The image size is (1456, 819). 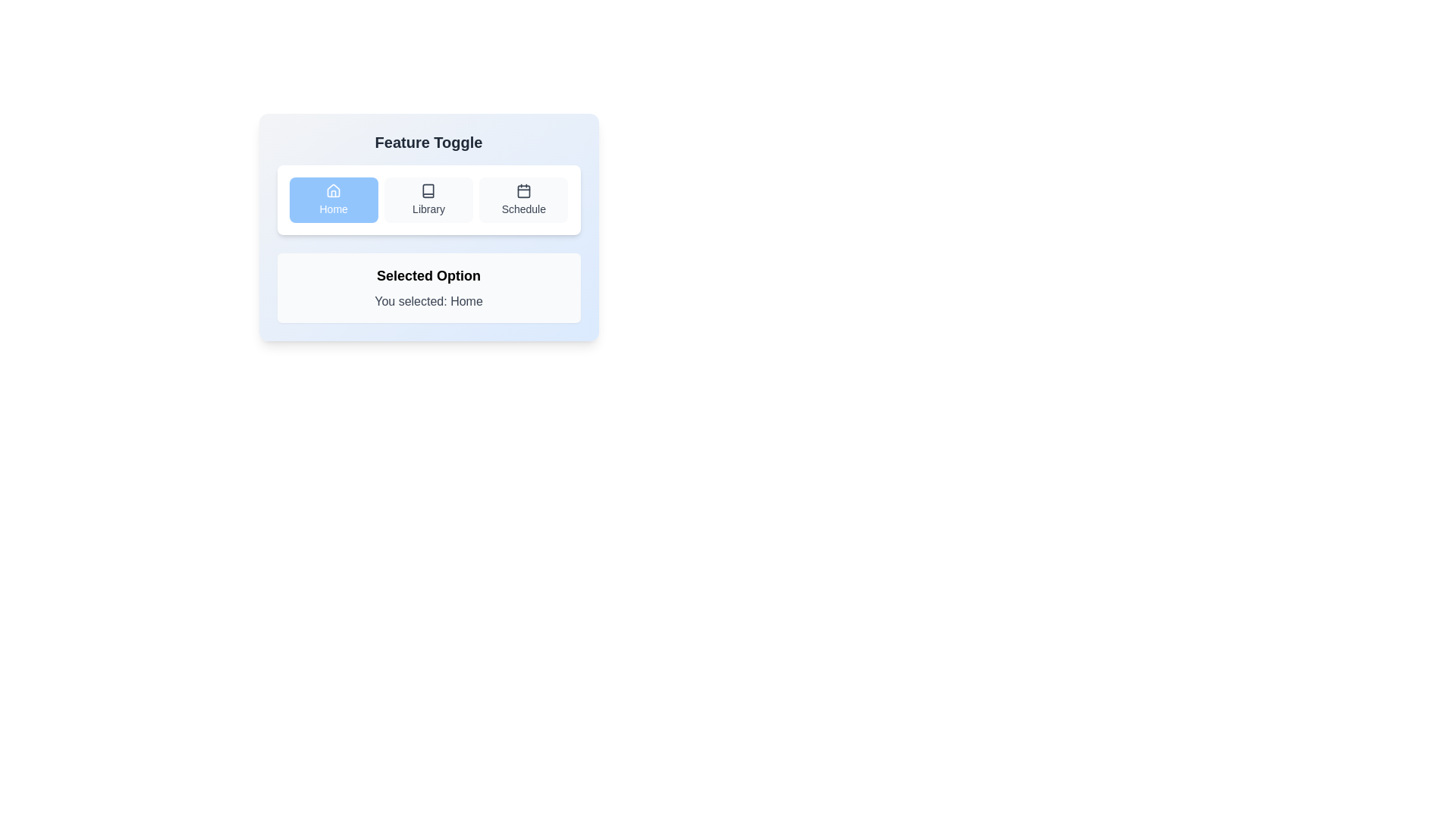 I want to click on the bold, centered text label 'Feature Toggle' which is prominently displayed at the top of its module, above navigation buttons, so click(x=428, y=143).